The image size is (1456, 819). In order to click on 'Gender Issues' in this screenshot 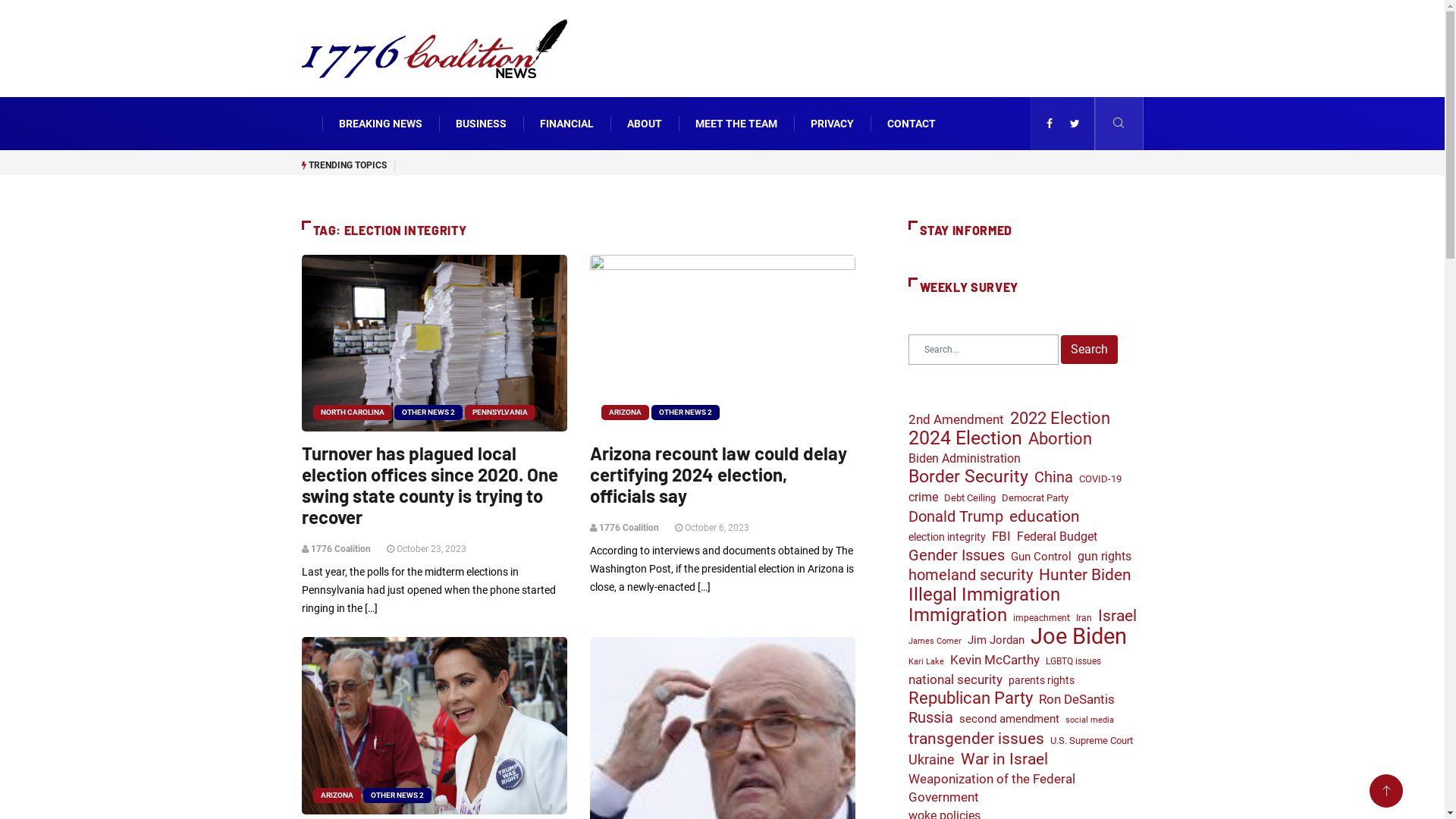, I will do `click(955, 555)`.